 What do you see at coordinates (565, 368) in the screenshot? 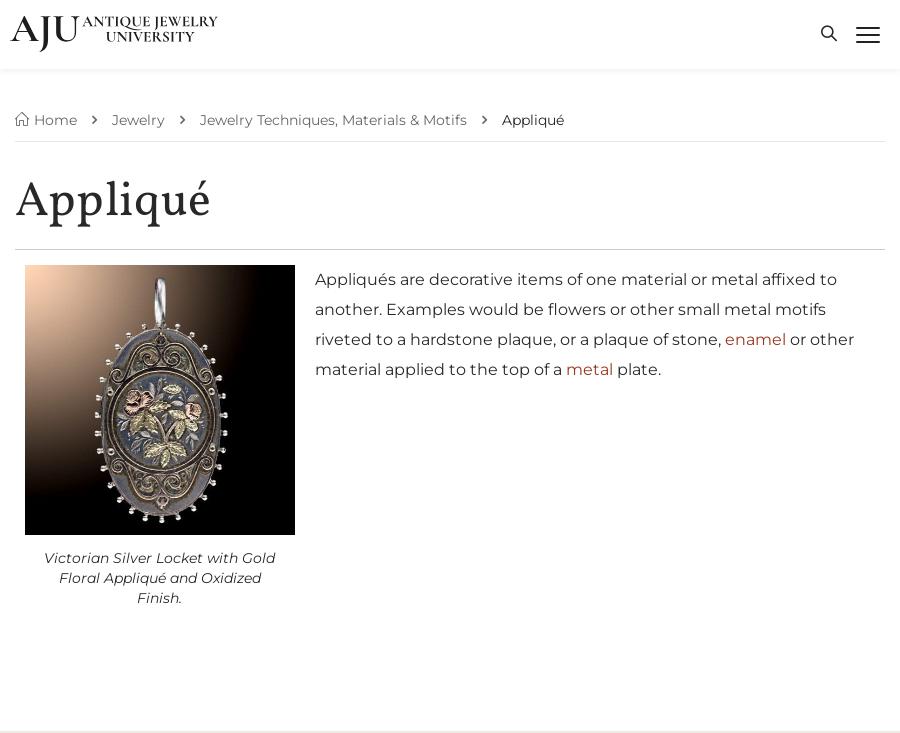
I see `'metal'` at bounding box center [565, 368].